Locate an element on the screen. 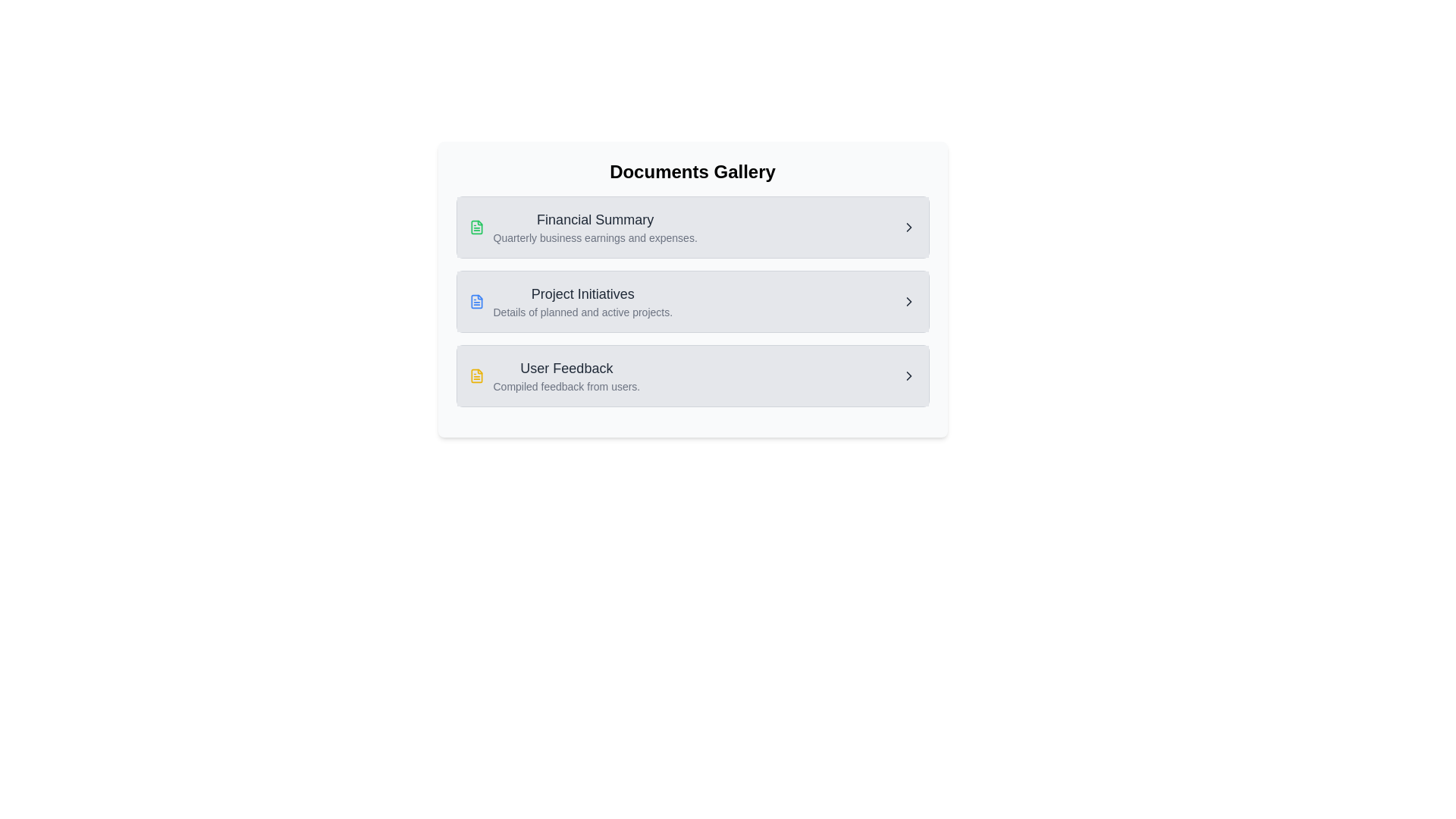 This screenshot has width=1456, height=819. the right-pointing chevron icon located at the right end of the 'User Feedback' list item in the 'Documents Gallery' interface is located at coordinates (908, 375).